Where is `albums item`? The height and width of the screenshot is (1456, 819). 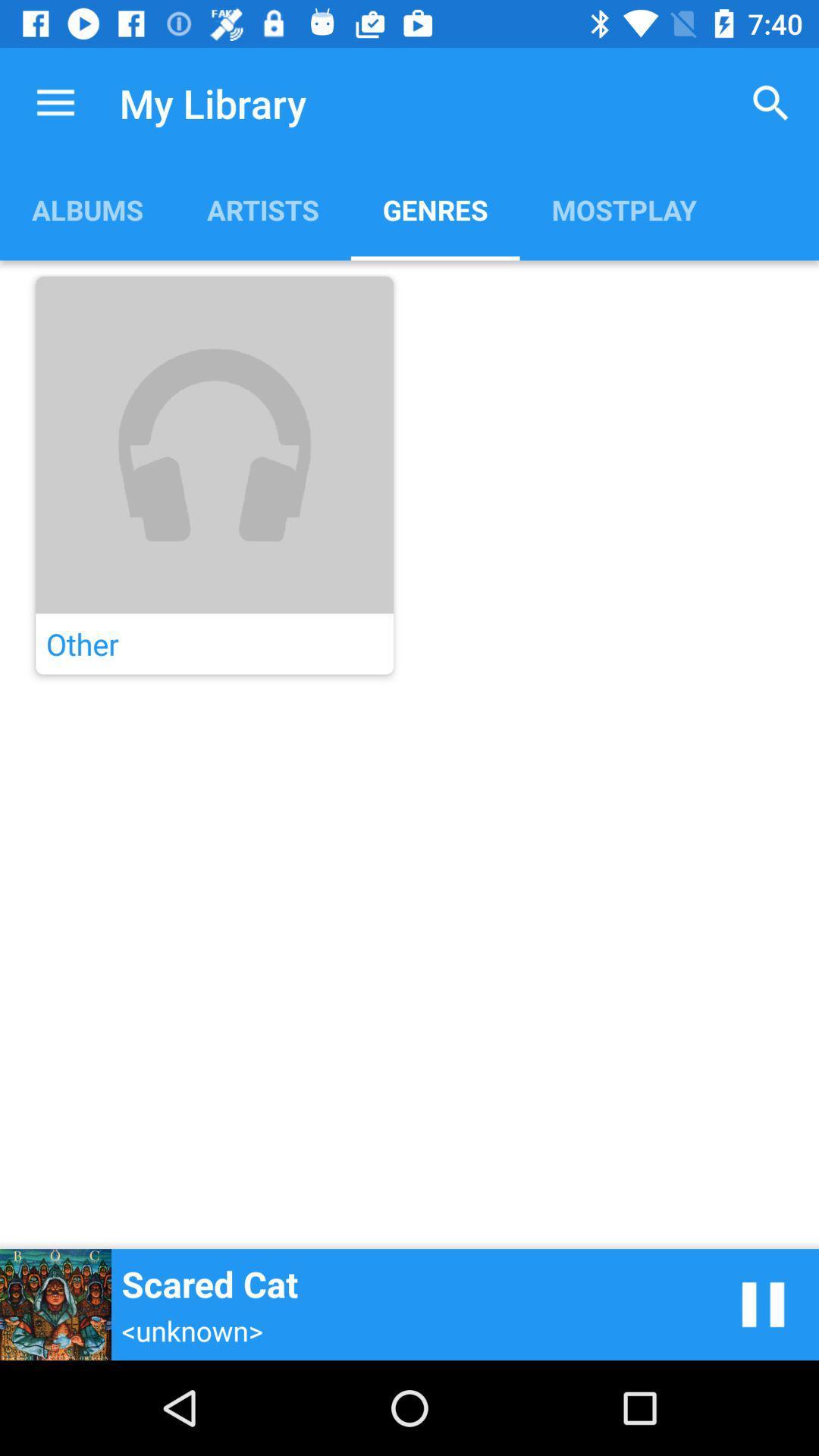 albums item is located at coordinates (87, 209).